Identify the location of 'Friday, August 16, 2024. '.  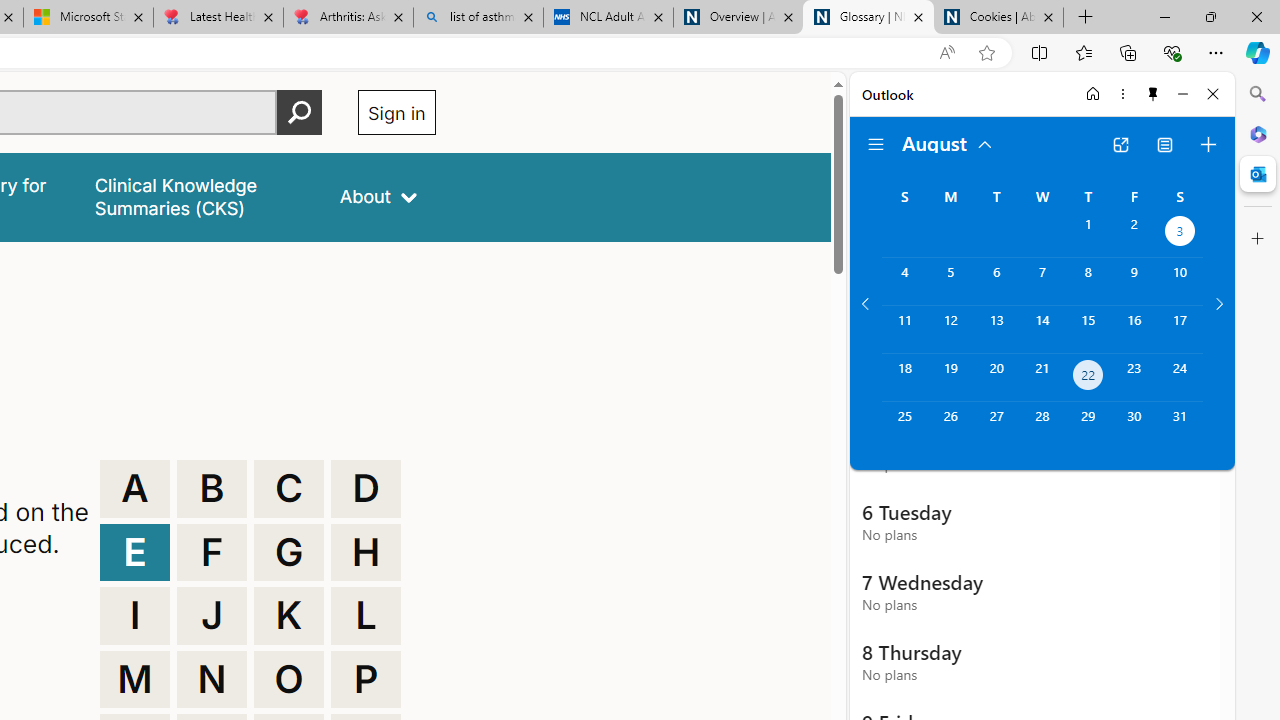
(1134, 328).